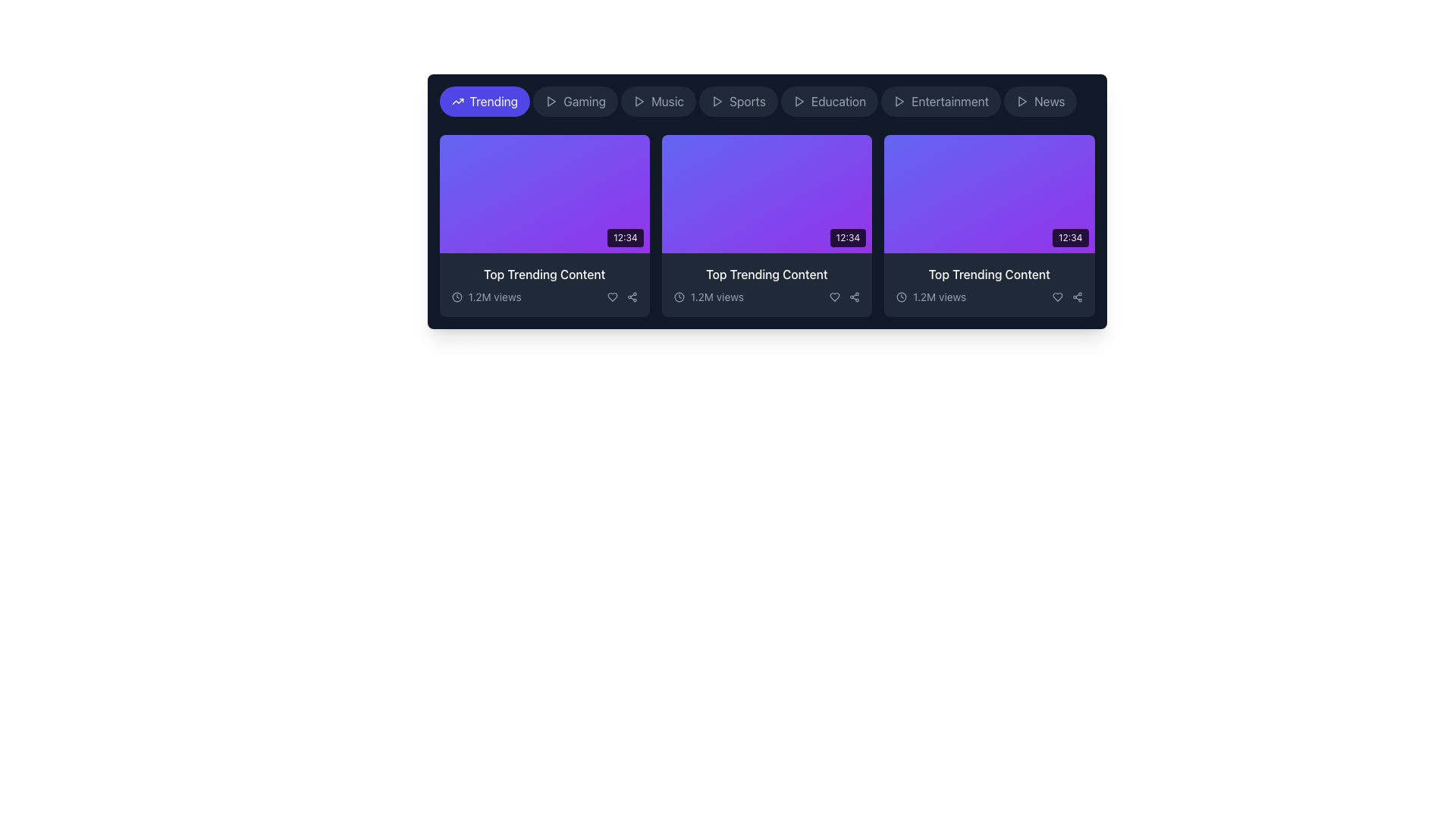 This screenshot has height=819, width=1456. Describe the element at coordinates (834, 297) in the screenshot. I see `the icon-shaped heart button located in the bottom-right section of the card layout` at that location.